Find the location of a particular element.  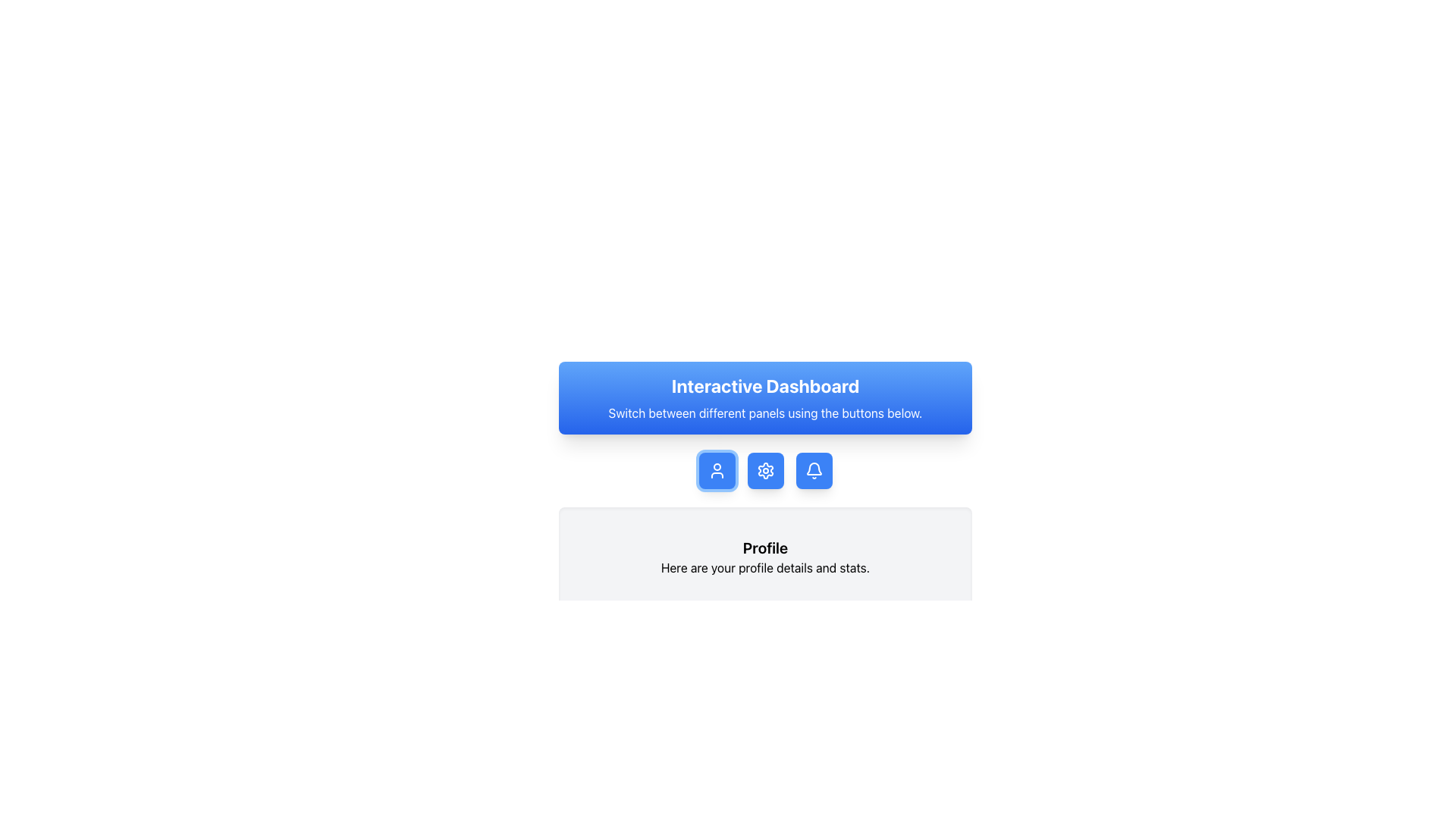

the profile icon located centrally below the 'Interactive Dashboard' banner is located at coordinates (716, 470).